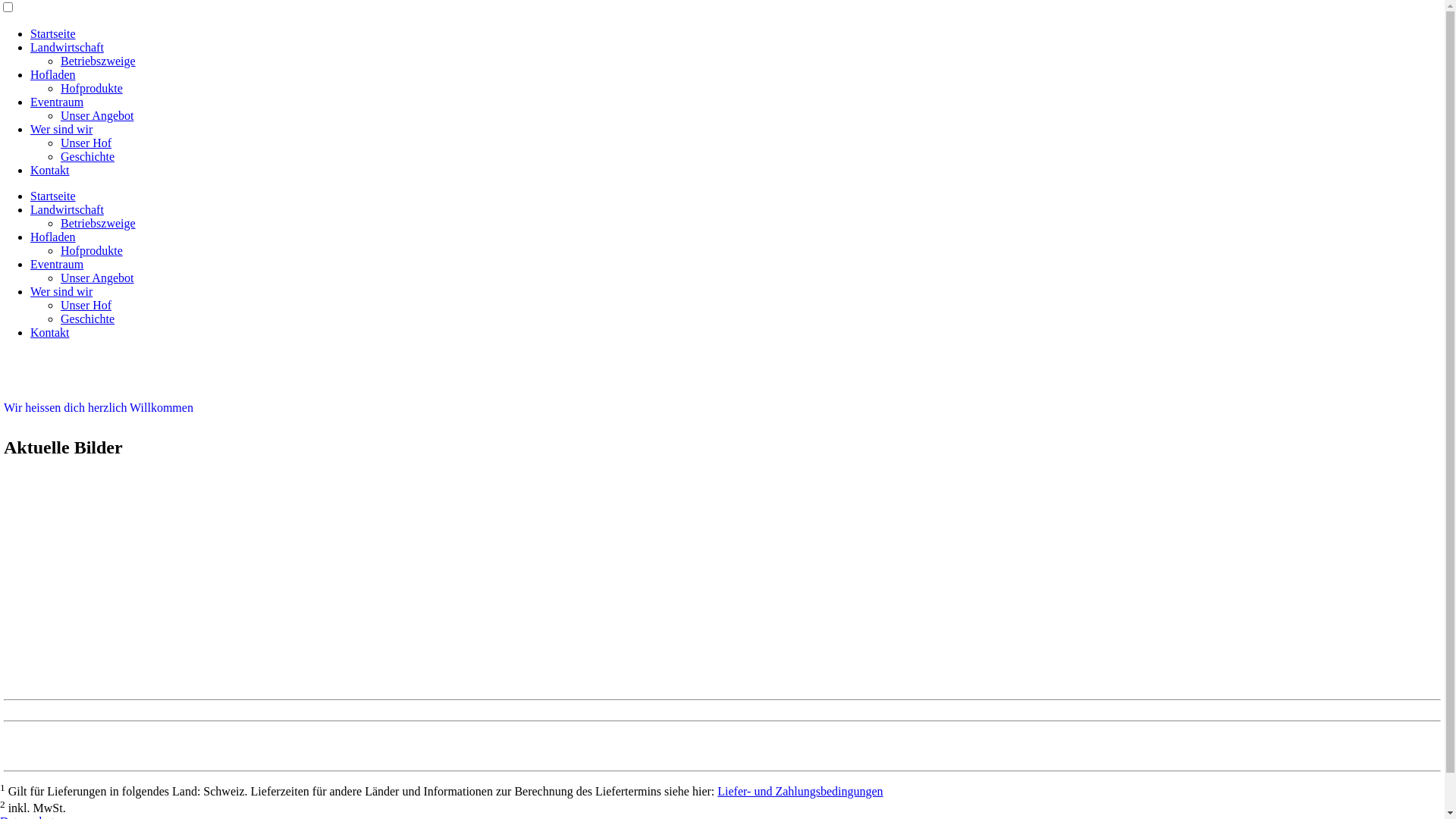  Describe the element at coordinates (53, 195) in the screenshot. I see `'Startseite'` at that location.